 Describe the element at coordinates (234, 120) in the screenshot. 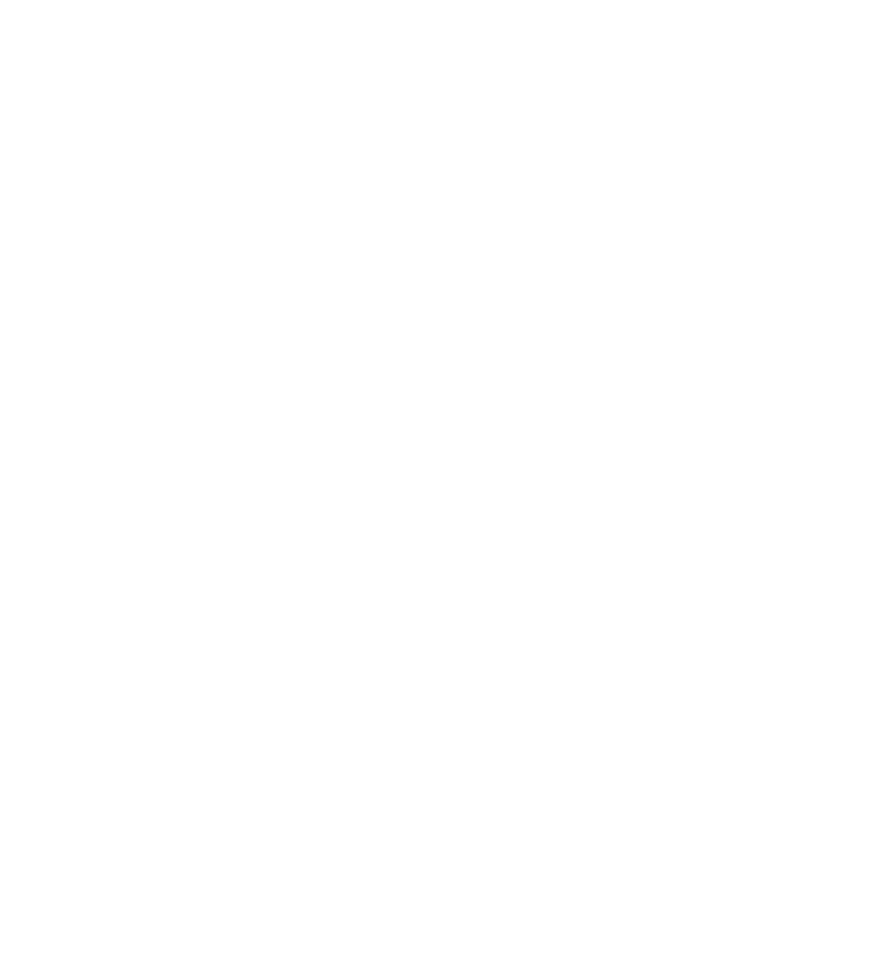

I see `'Blogs'` at that location.